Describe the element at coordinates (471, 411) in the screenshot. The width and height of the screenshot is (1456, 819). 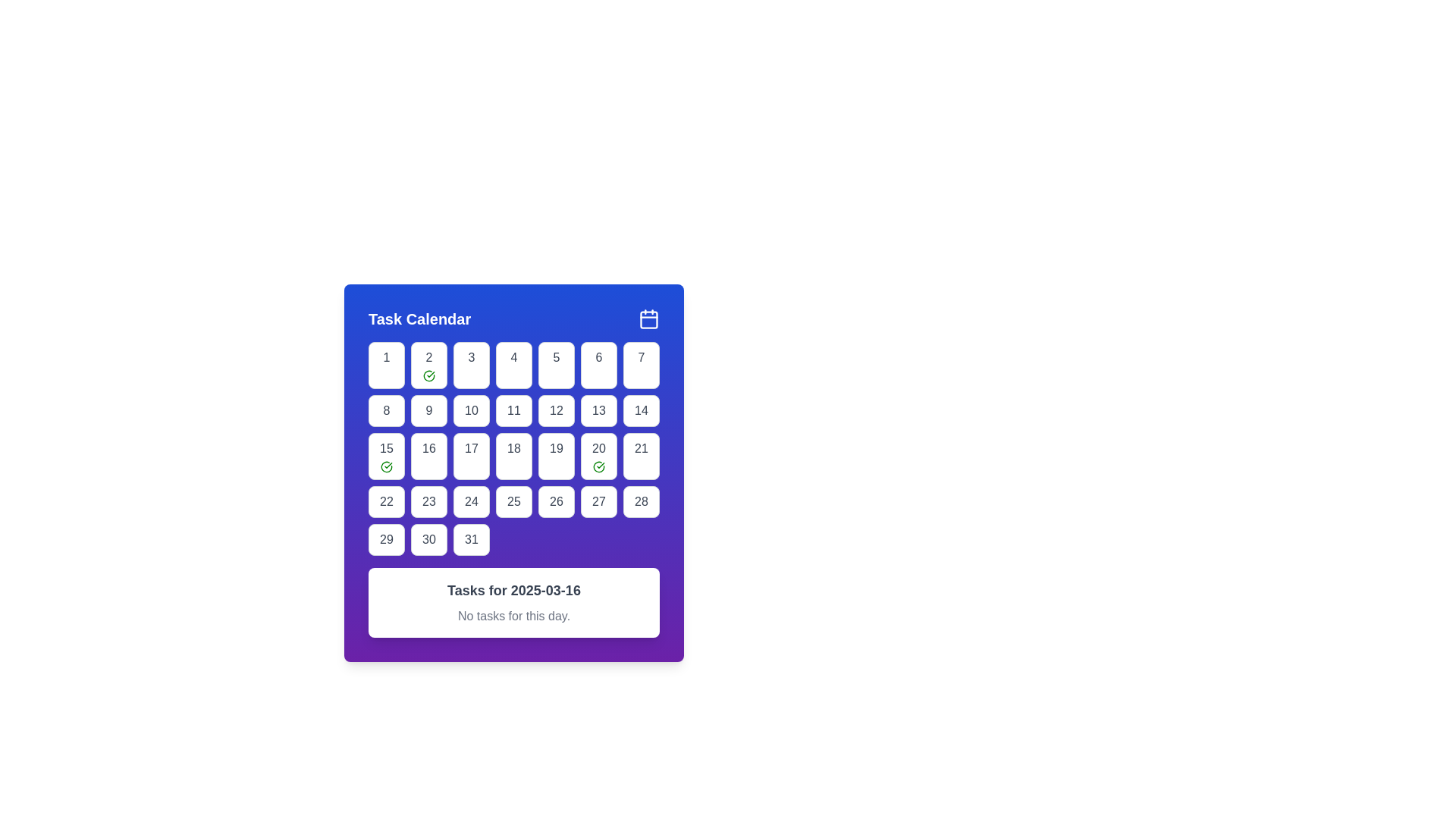
I see `the calendar date cell representing the 10th` at that location.